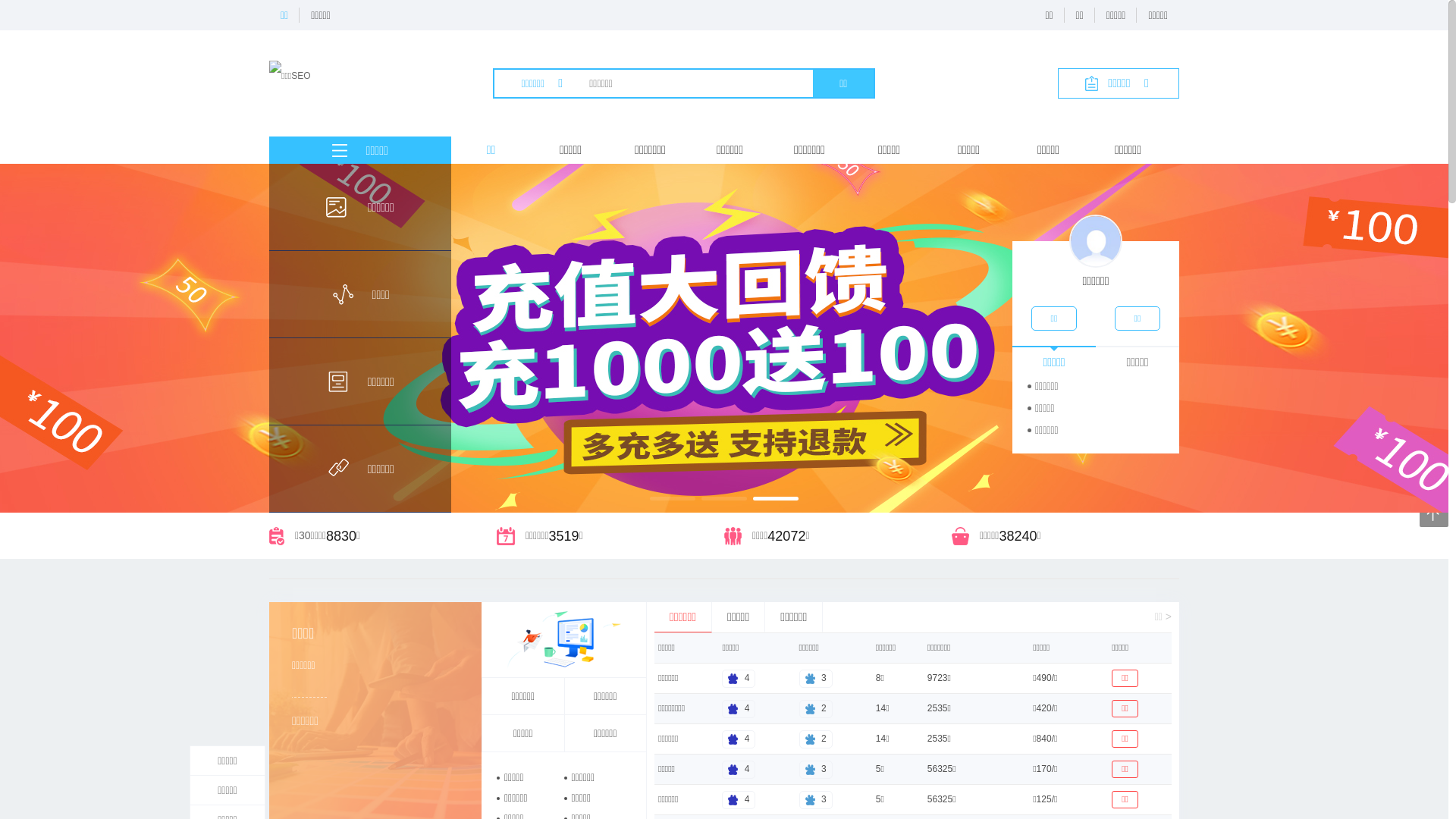 The image size is (1456, 819). Describe the element at coordinates (814, 677) in the screenshot. I see `'3'` at that location.